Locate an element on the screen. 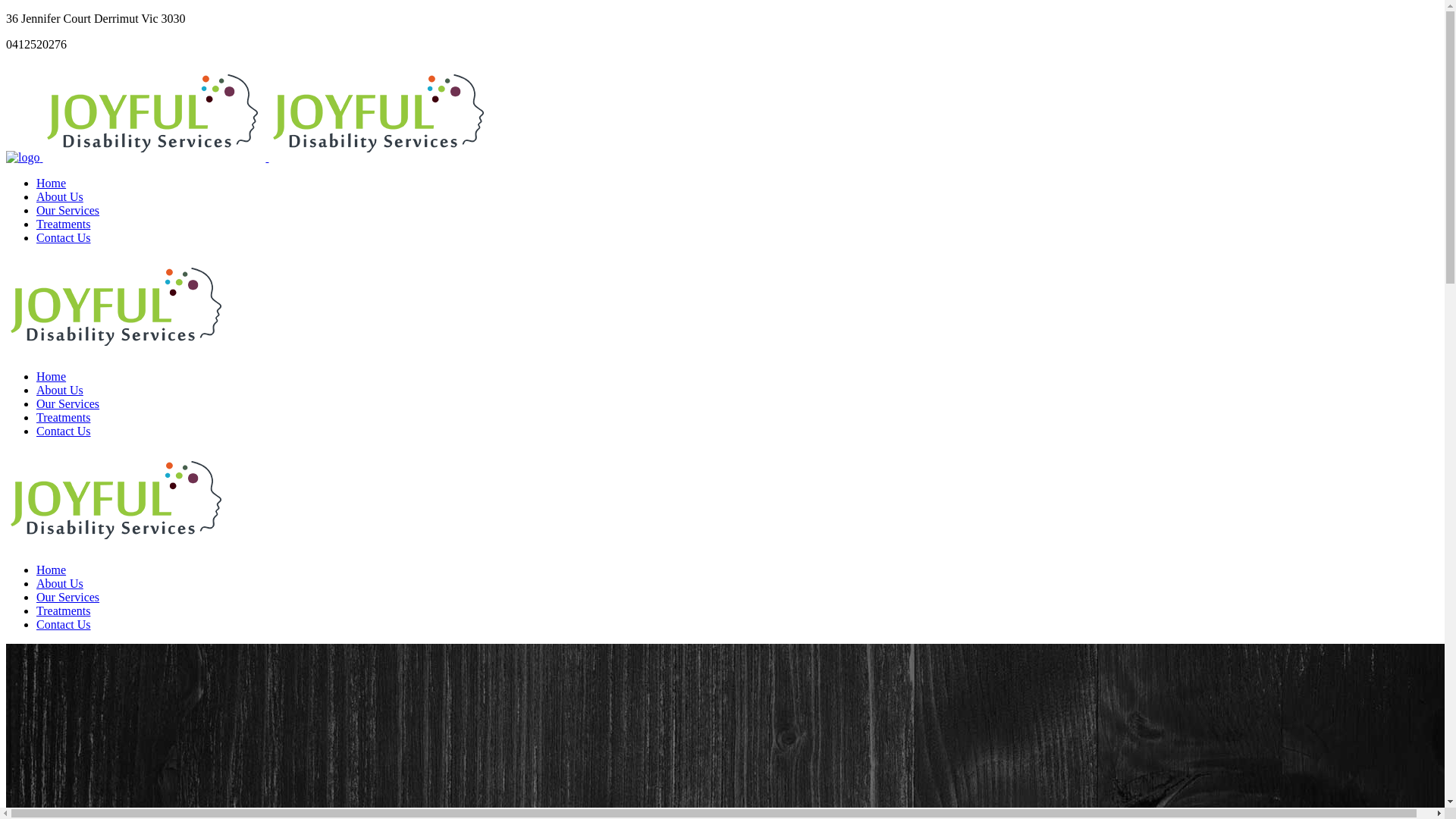 The height and width of the screenshot is (819, 1456). 'Home' is located at coordinates (51, 182).